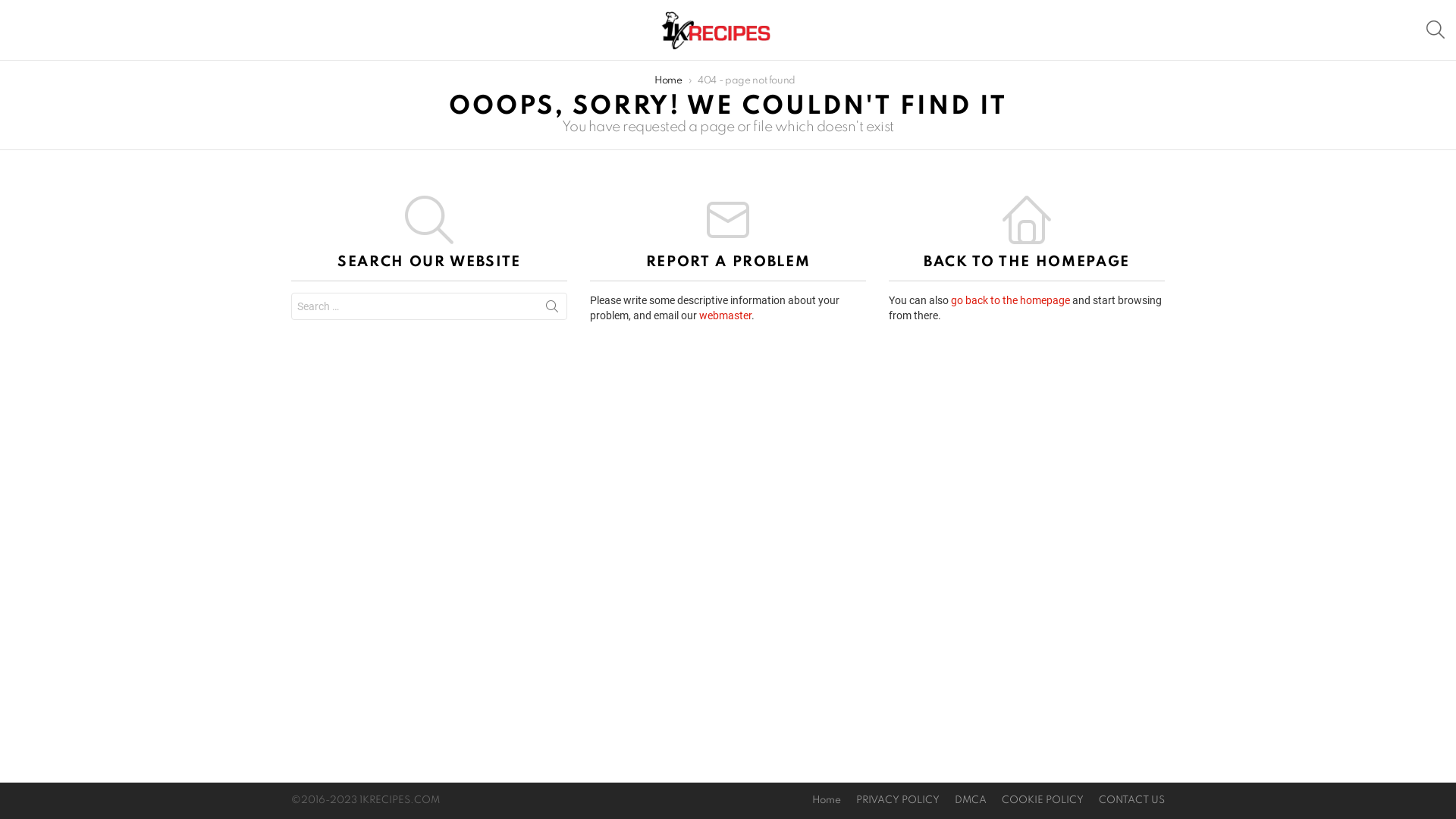 Image resolution: width=1456 pixels, height=819 pixels. I want to click on 'Home', so click(825, 799).